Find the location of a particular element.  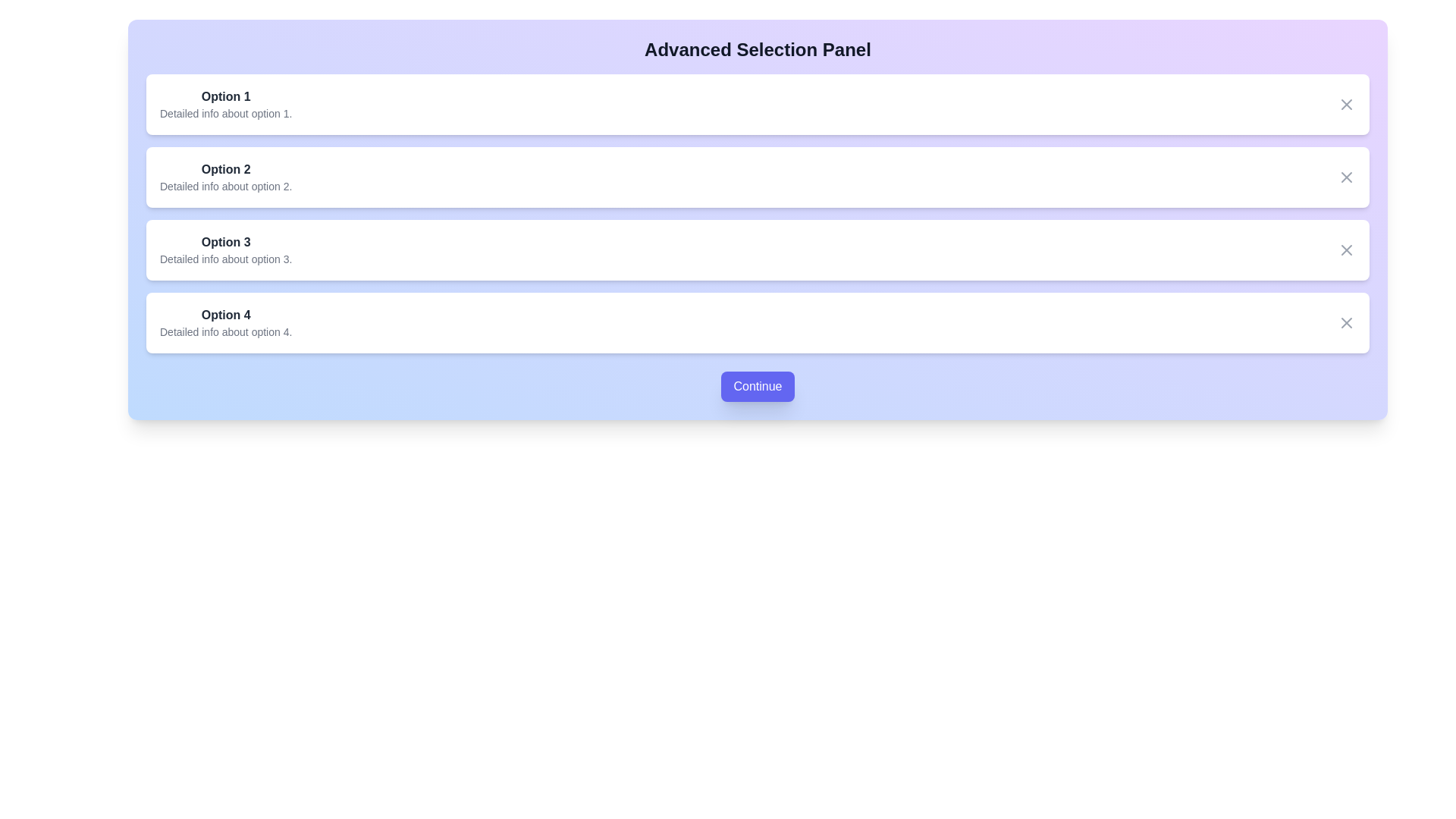

the static text label reading 'Detailed info about option 2.' located below the title 'Option 2.' is located at coordinates (225, 186).